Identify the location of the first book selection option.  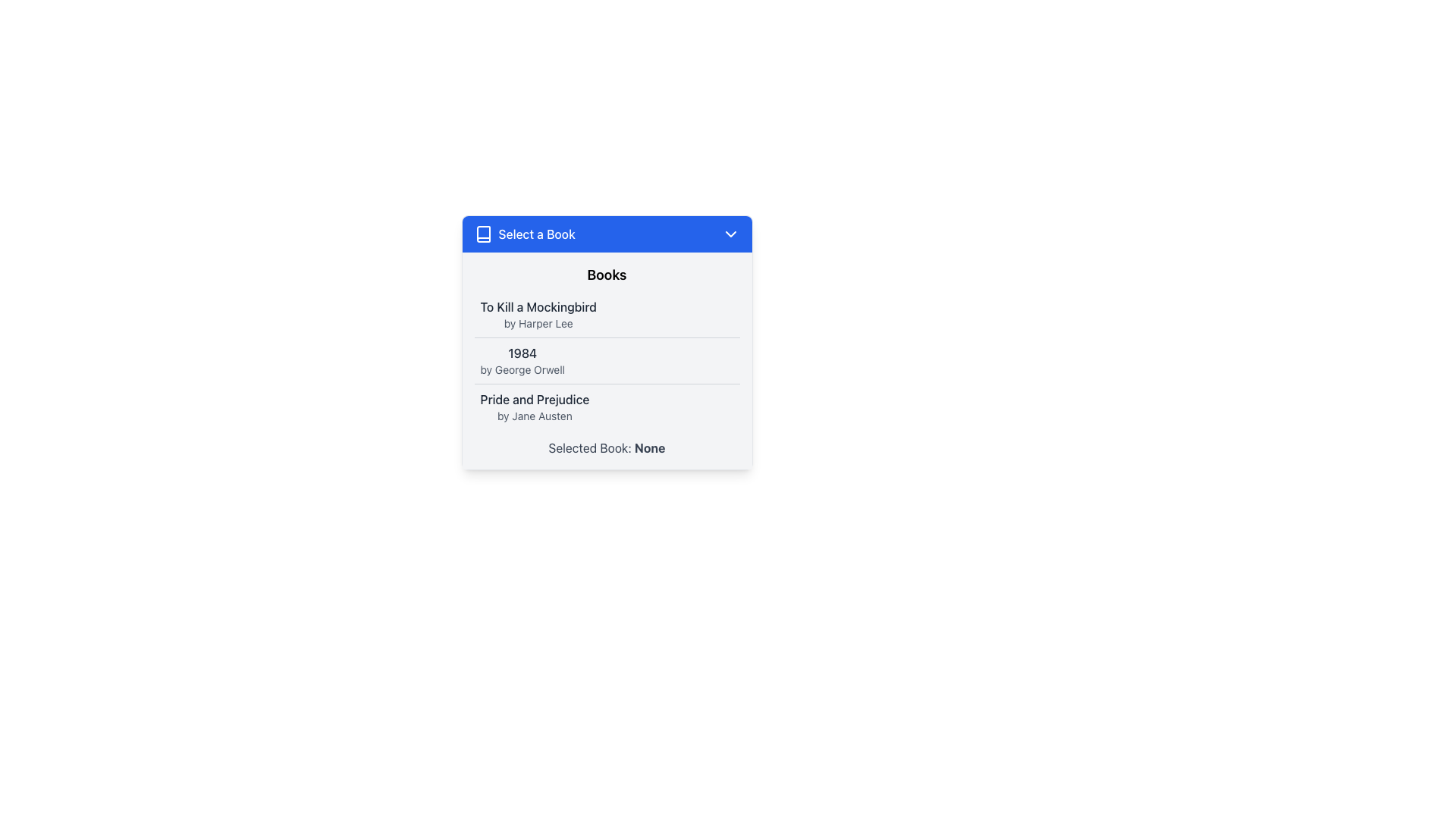
(538, 314).